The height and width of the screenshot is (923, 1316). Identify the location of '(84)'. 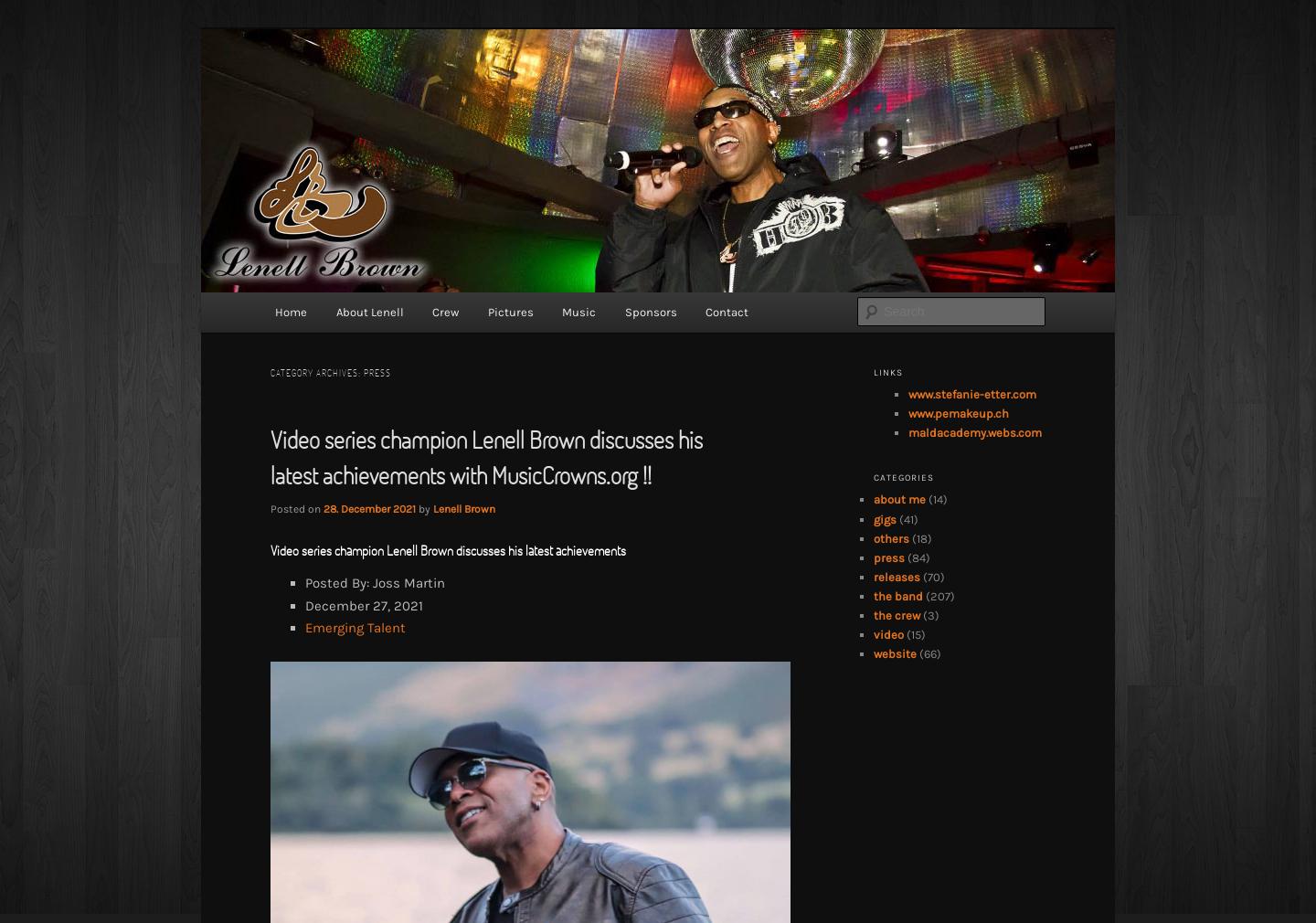
(916, 556).